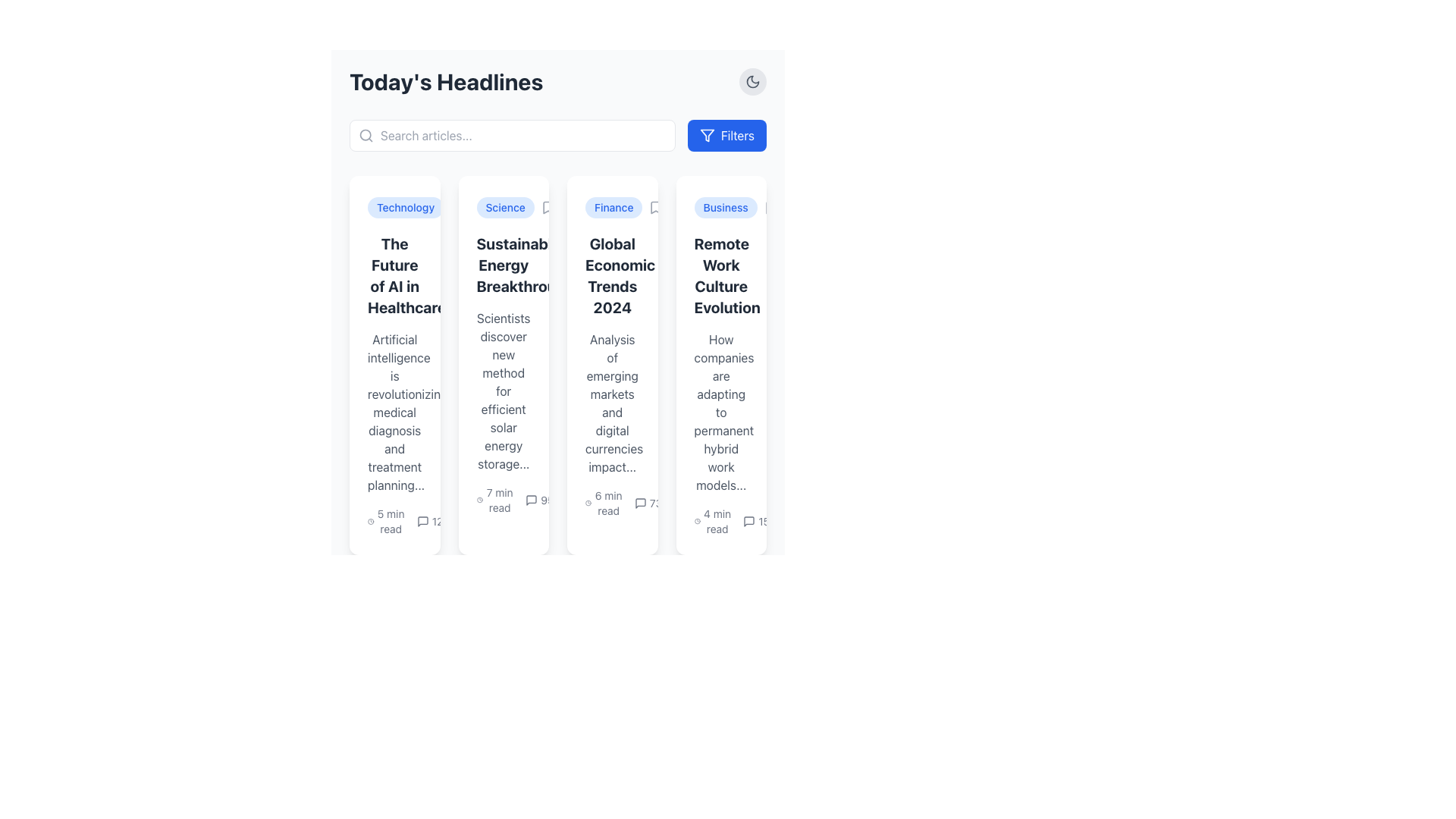  Describe the element at coordinates (714, 503) in the screenshot. I see `the thumbs-up icon representing a 'like' or 'approve' action within the 'Remote Work Culture Evolution' section of the application` at that location.